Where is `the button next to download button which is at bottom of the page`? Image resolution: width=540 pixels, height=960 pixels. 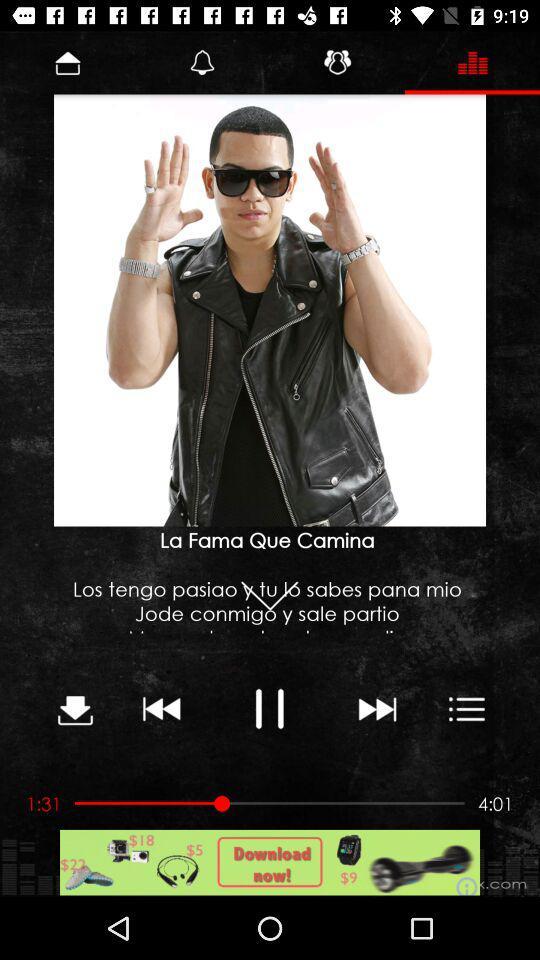
the button next to download button which is at bottom of the page is located at coordinates (162, 708).